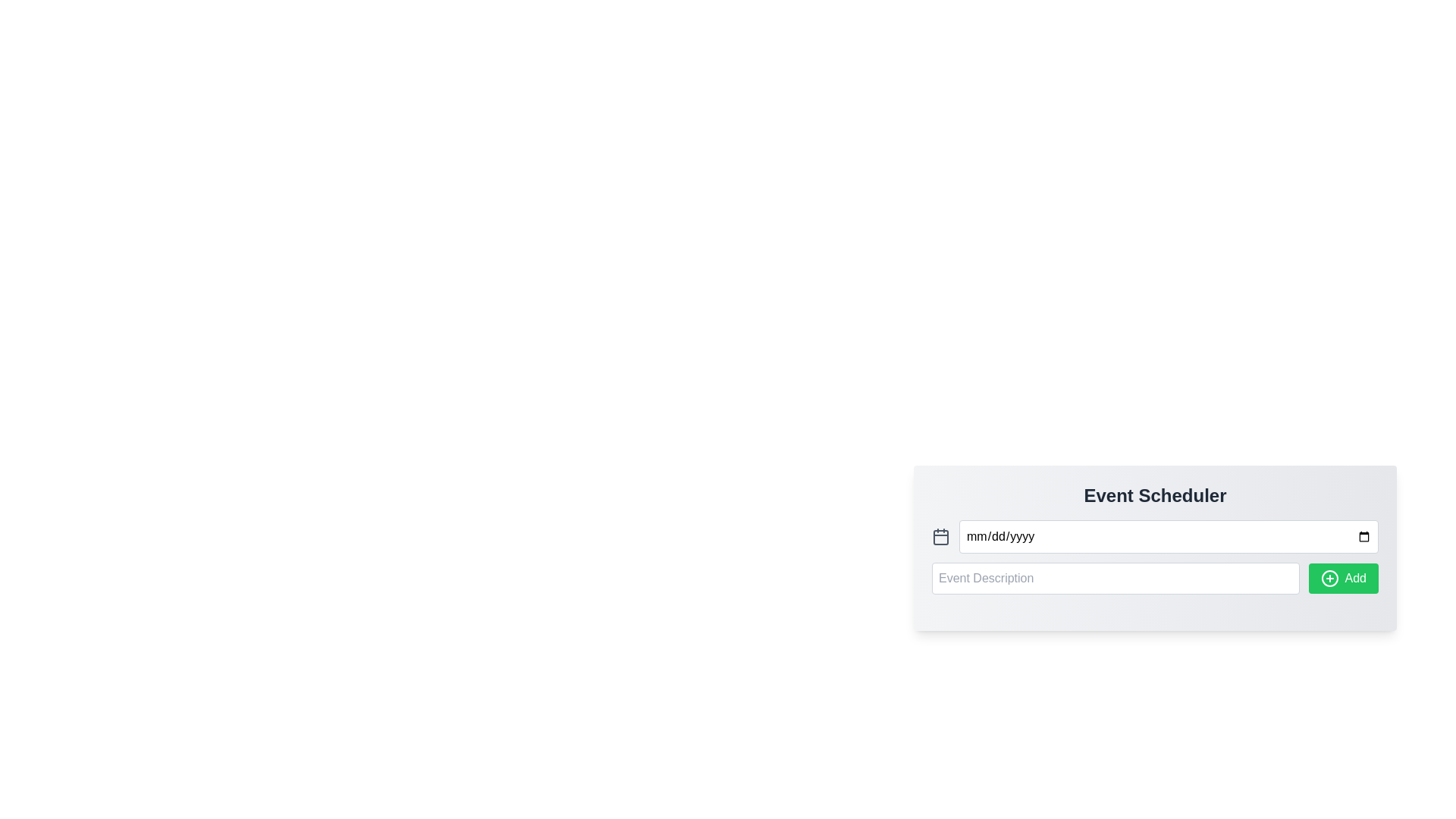  I want to click on the circular icon with a green background and a white plus sign inside, located within the 'Add' button on the right side of the 'Event Scheduler' module, so click(1329, 579).